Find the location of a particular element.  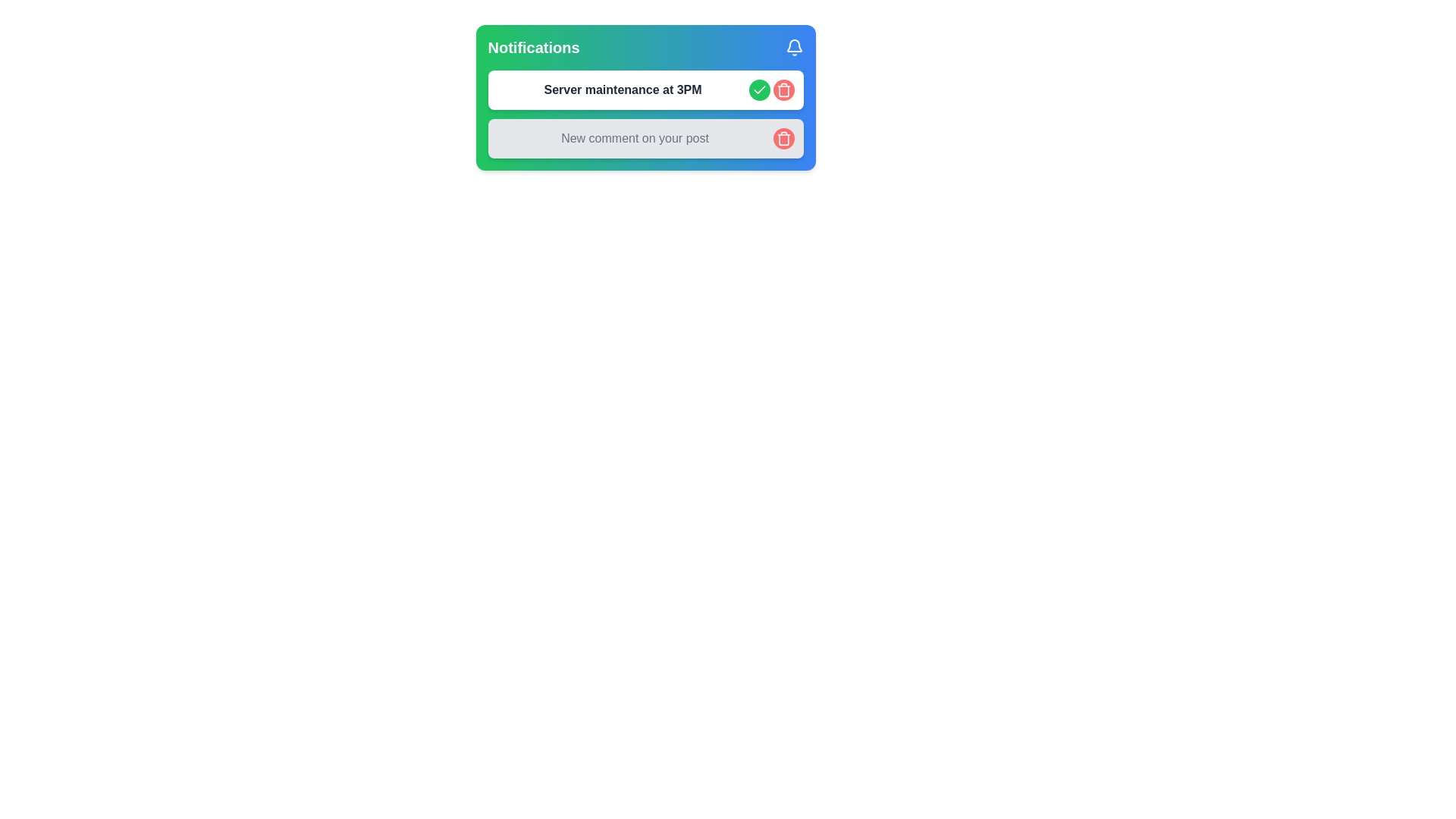

the green circular button containing a checkmark icon located to the right of the notification entry titled 'Server maintenance at 3PM' is located at coordinates (759, 90).